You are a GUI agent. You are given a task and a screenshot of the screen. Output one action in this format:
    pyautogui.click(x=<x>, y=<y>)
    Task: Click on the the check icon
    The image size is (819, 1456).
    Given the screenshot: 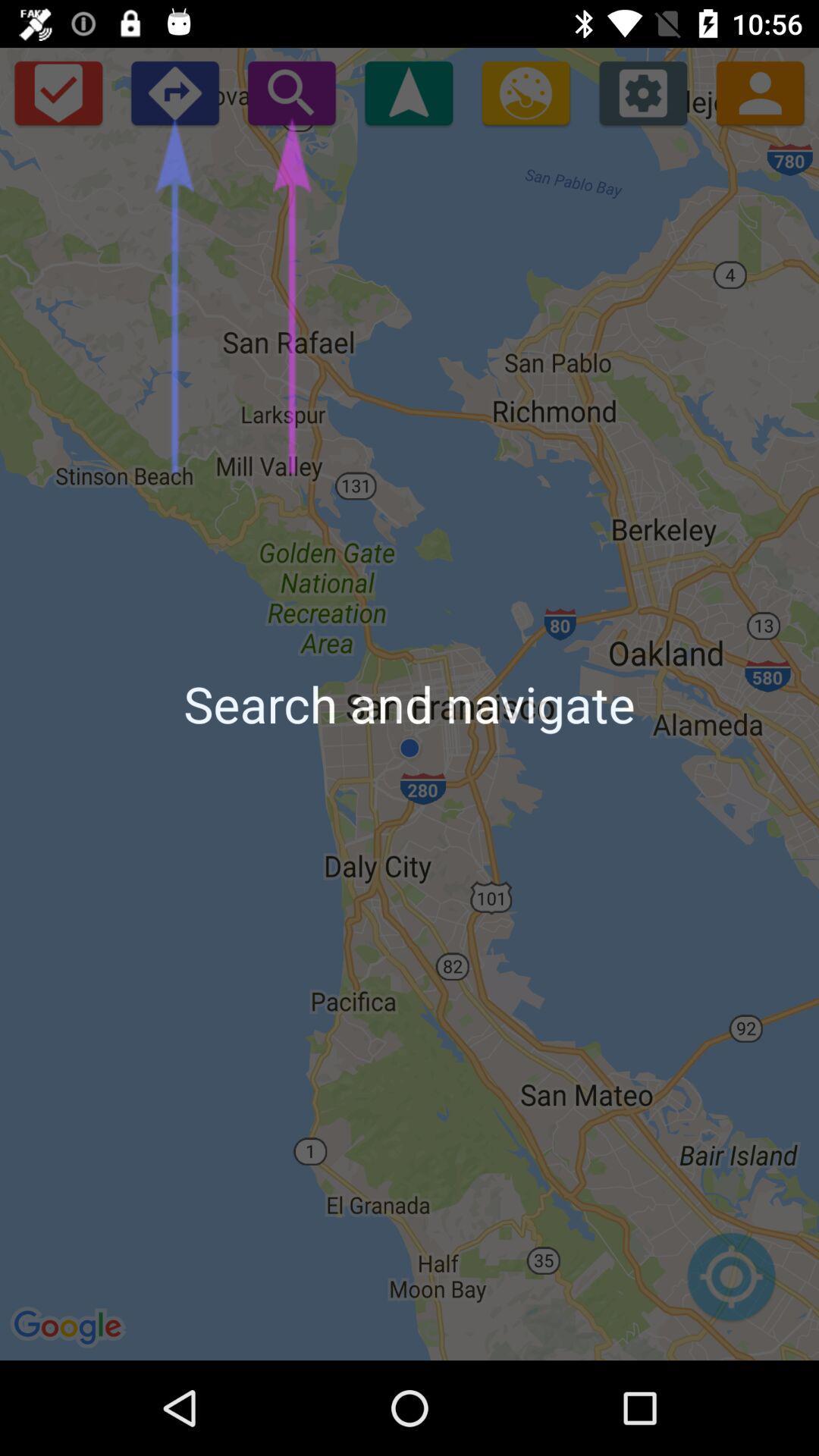 What is the action you would take?
    pyautogui.click(x=57, y=92)
    